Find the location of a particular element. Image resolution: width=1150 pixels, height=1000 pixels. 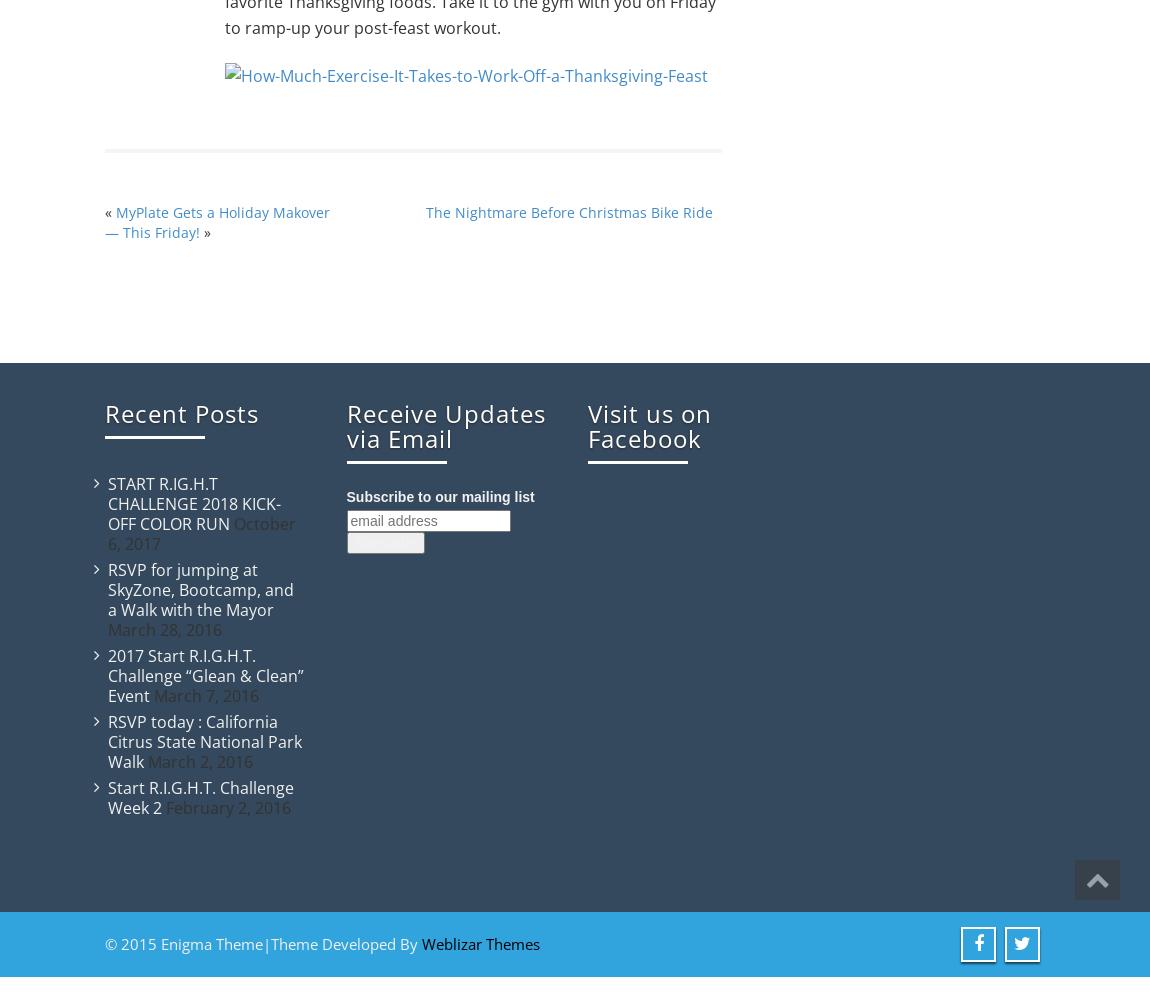

'START R.IG.H.T CHALLENGE 2018 KICK-OFF COLOR RUN' is located at coordinates (193, 504).